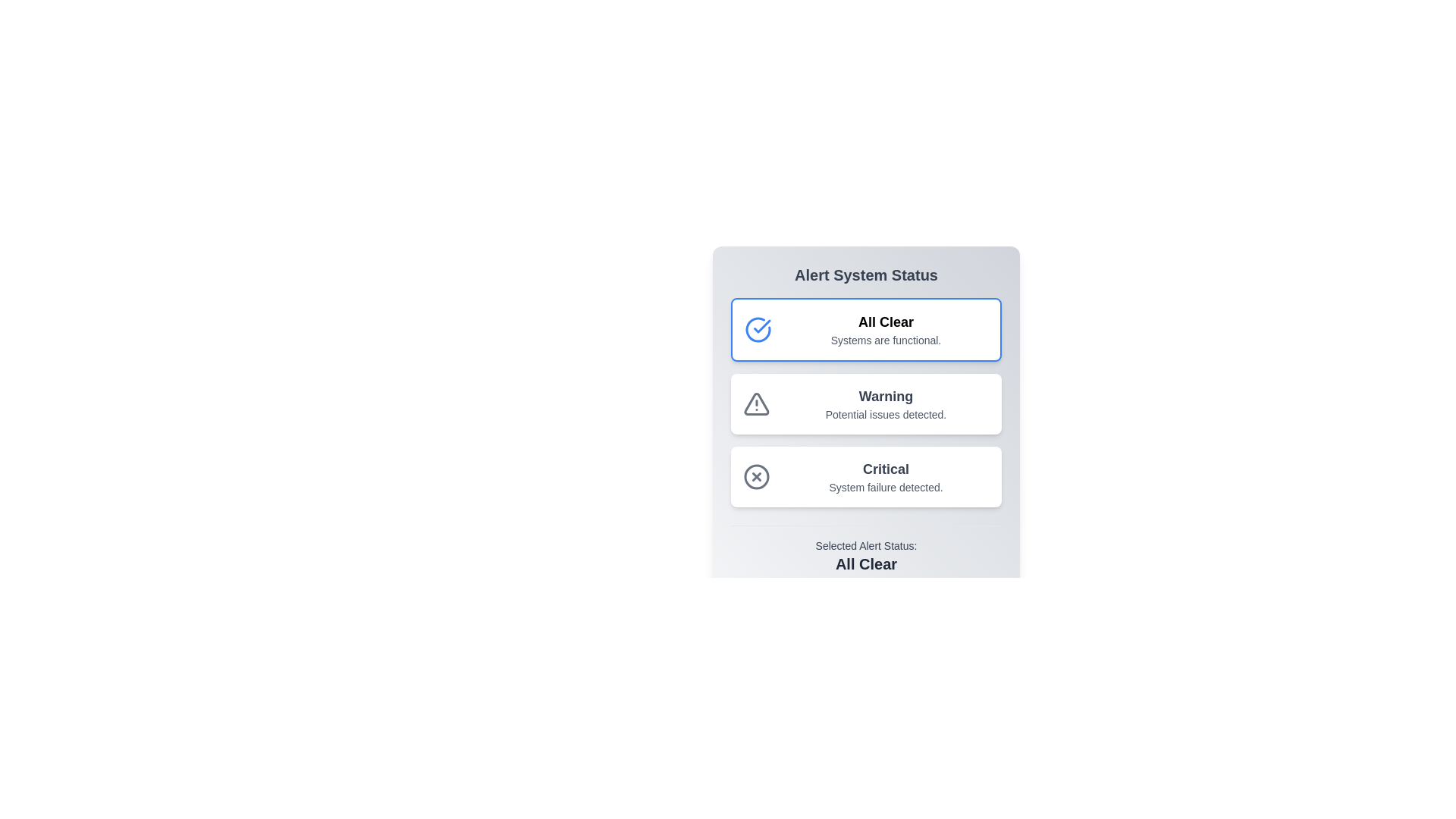 This screenshot has height=819, width=1456. I want to click on the text label displaying 'Systems are functional.' which is located below the title 'All Clear' within the notification box indicating system status, so click(886, 339).